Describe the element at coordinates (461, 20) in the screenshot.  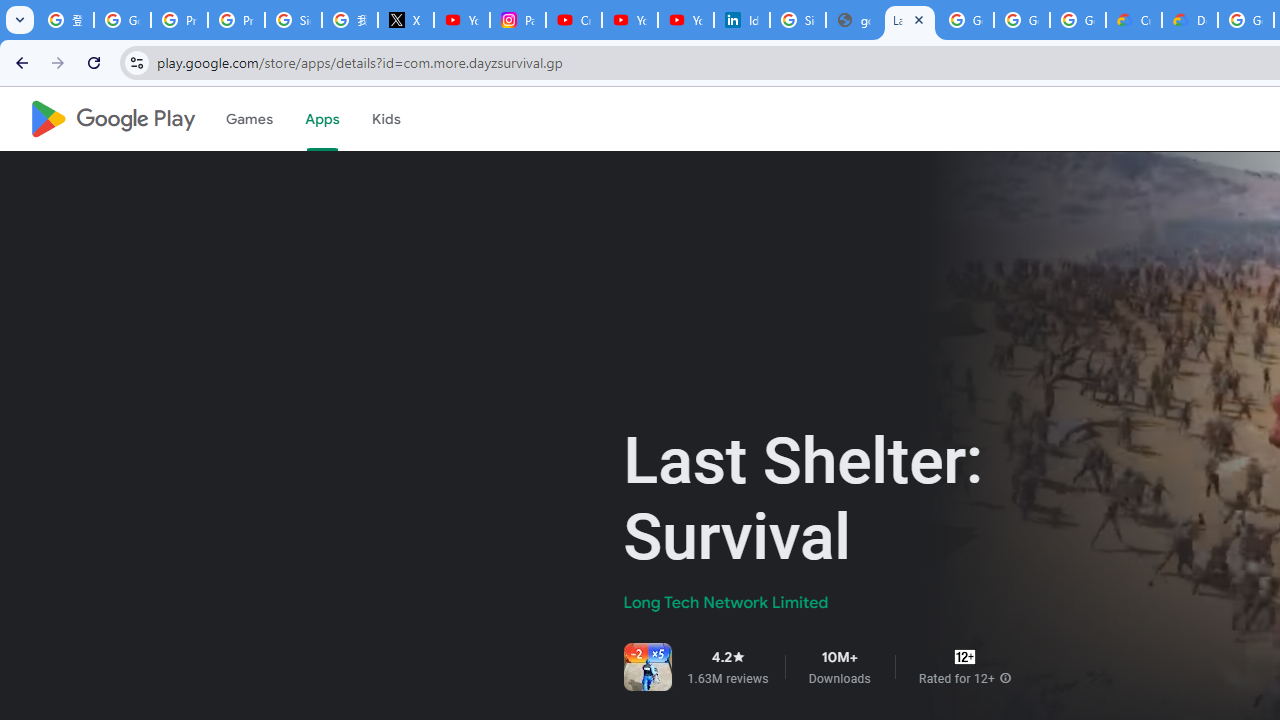
I see `'YouTube Content Monetization Policies - How YouTube Works'` at that location.